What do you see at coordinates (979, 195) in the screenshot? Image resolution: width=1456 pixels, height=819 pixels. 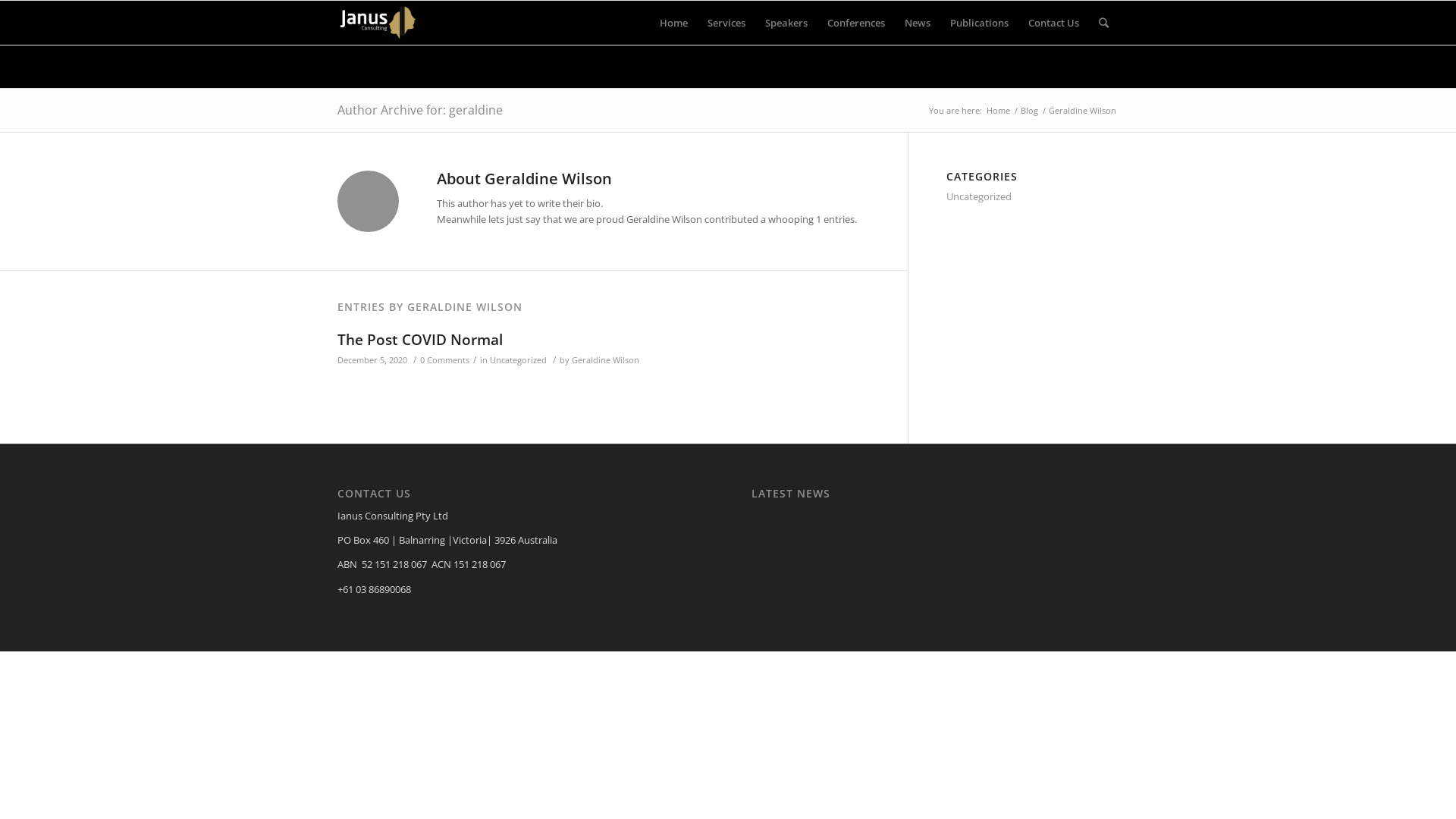 I see `'Uncategorized'` at bounding box center [979, 195].